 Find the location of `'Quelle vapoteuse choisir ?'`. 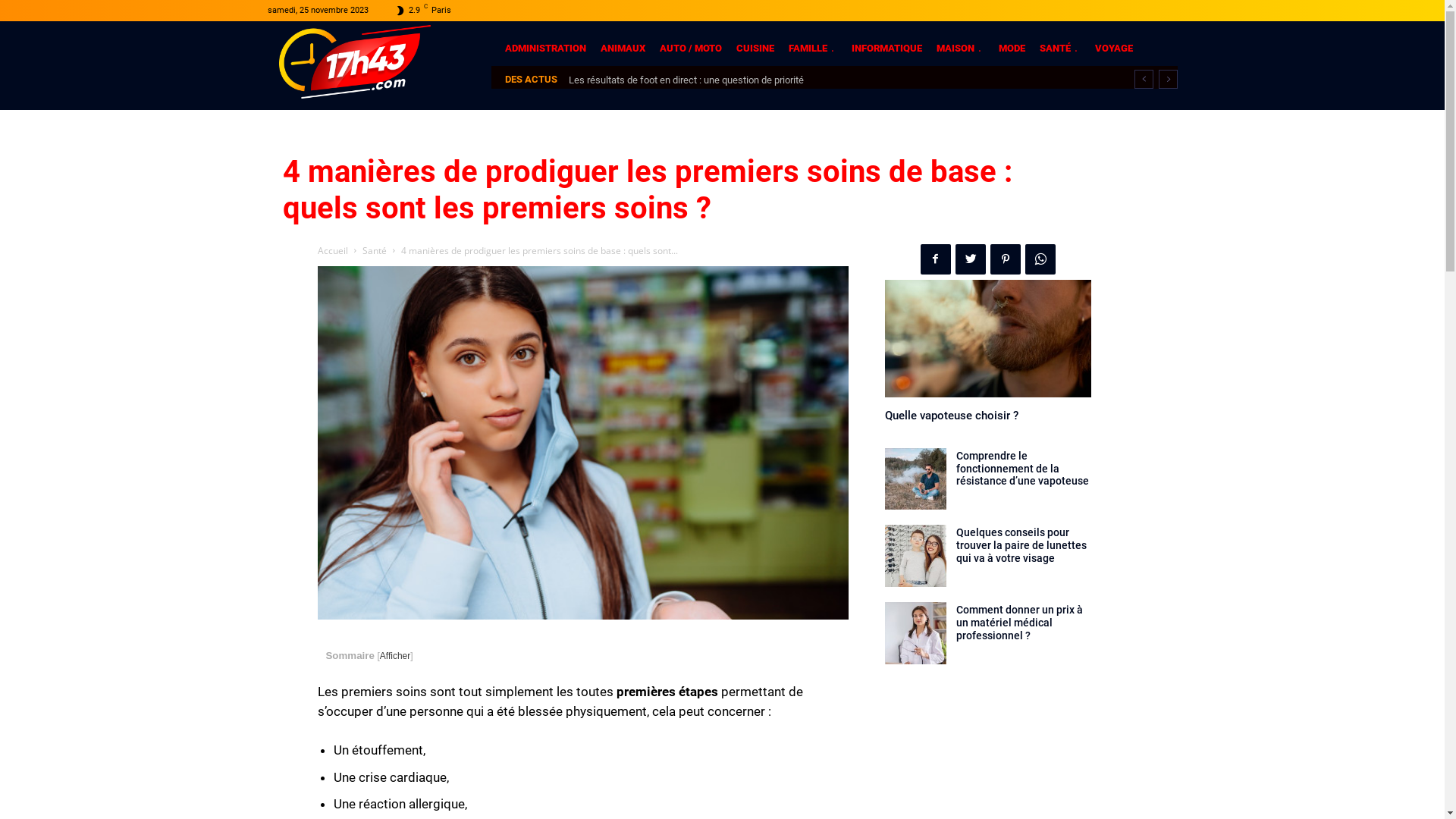

'Quelle vapoteuse choisir ?' is located at coordinates (949, 415).